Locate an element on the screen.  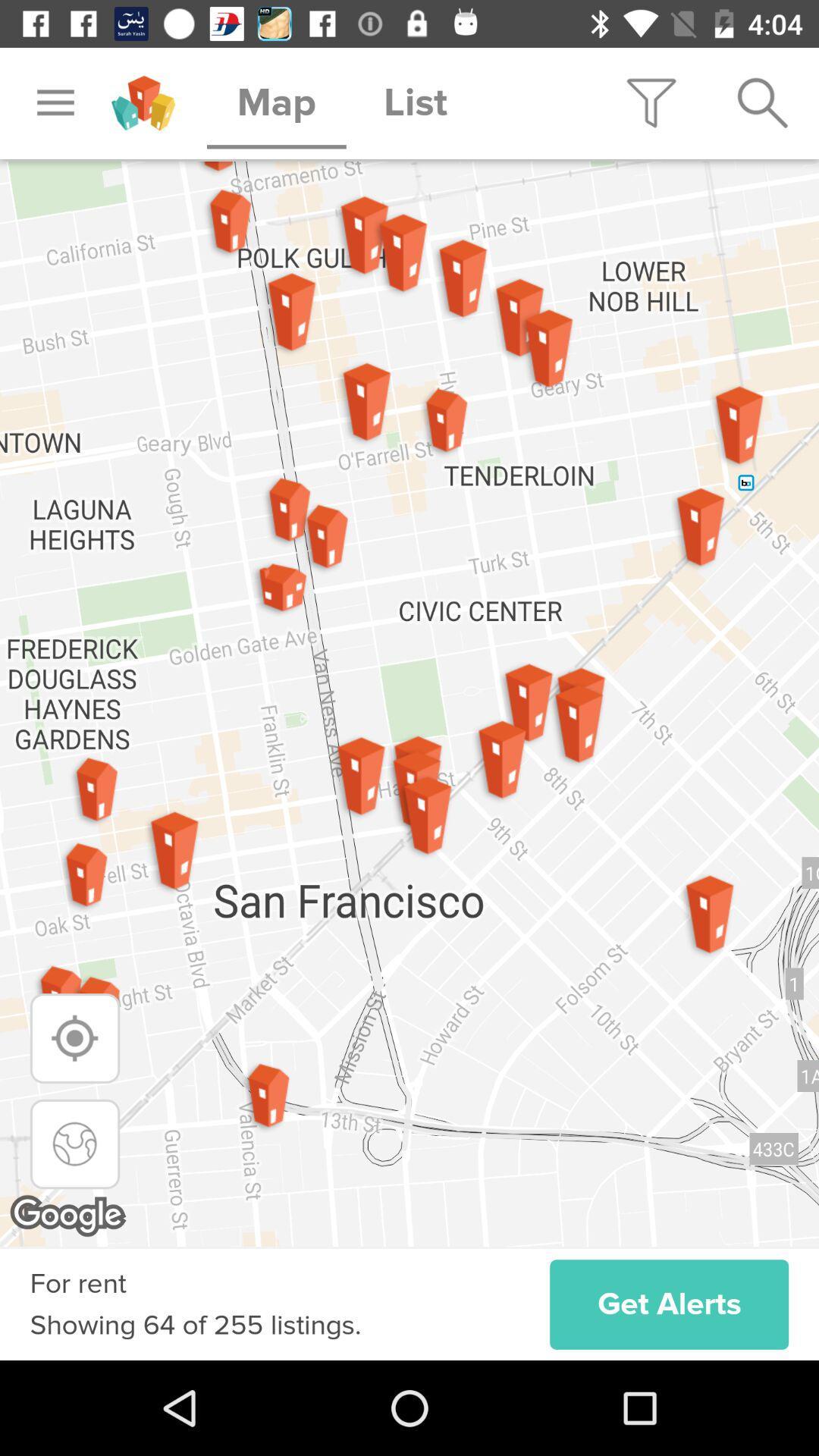
the icon at the bottom right corner is located at coordinates (668, 1304).